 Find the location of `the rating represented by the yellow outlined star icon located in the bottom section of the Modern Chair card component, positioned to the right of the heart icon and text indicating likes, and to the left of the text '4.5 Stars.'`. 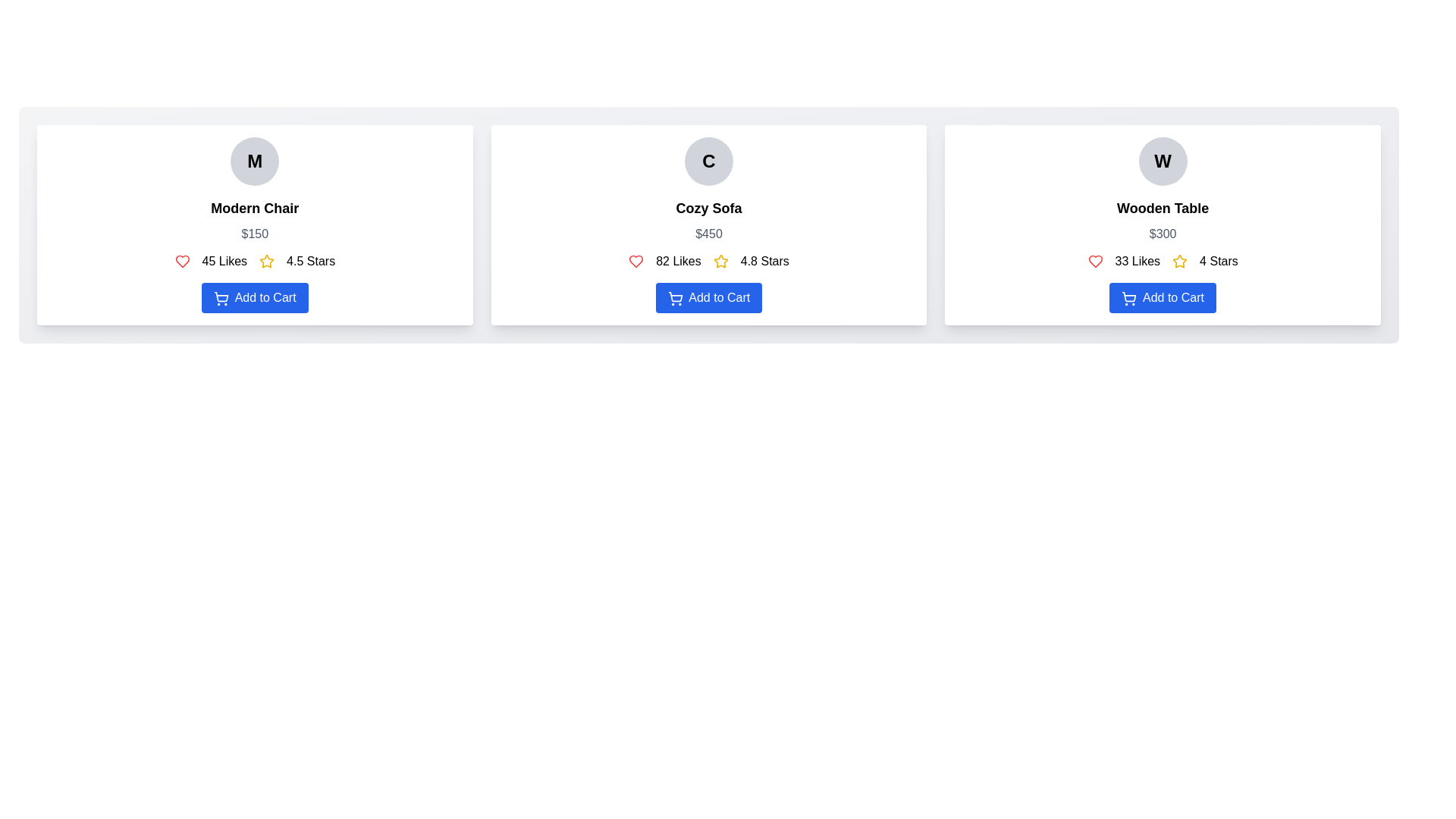

the rating represented by the yellow outlined star icon located in the bottom section of the Modern Chair card component, positioned to the right of the heart icon and text indicating likes, and to the left of the text '4.5 Stars.' is located at coordinates (267, 260).